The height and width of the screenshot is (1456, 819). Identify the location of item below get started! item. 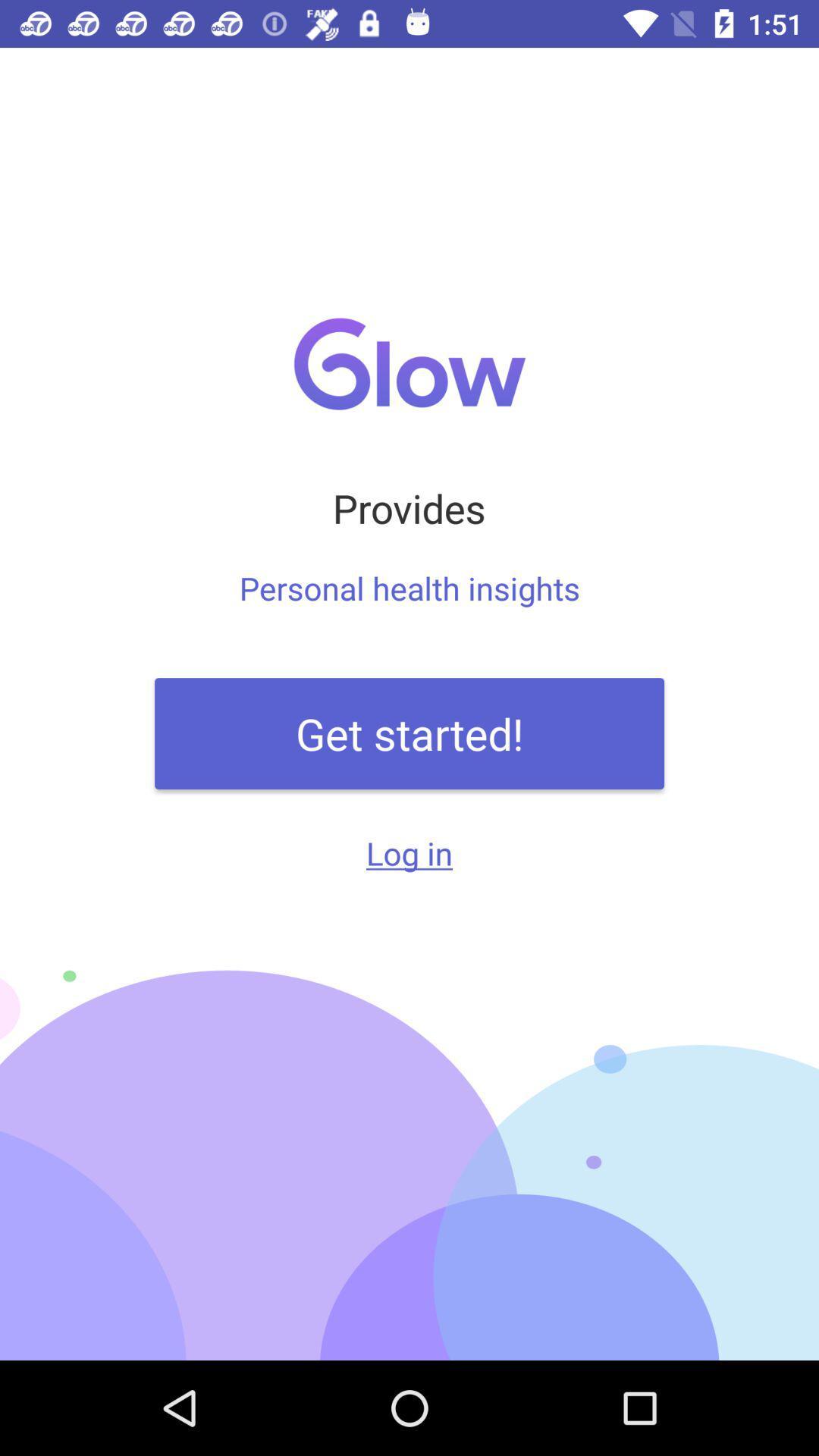
(409, 852).